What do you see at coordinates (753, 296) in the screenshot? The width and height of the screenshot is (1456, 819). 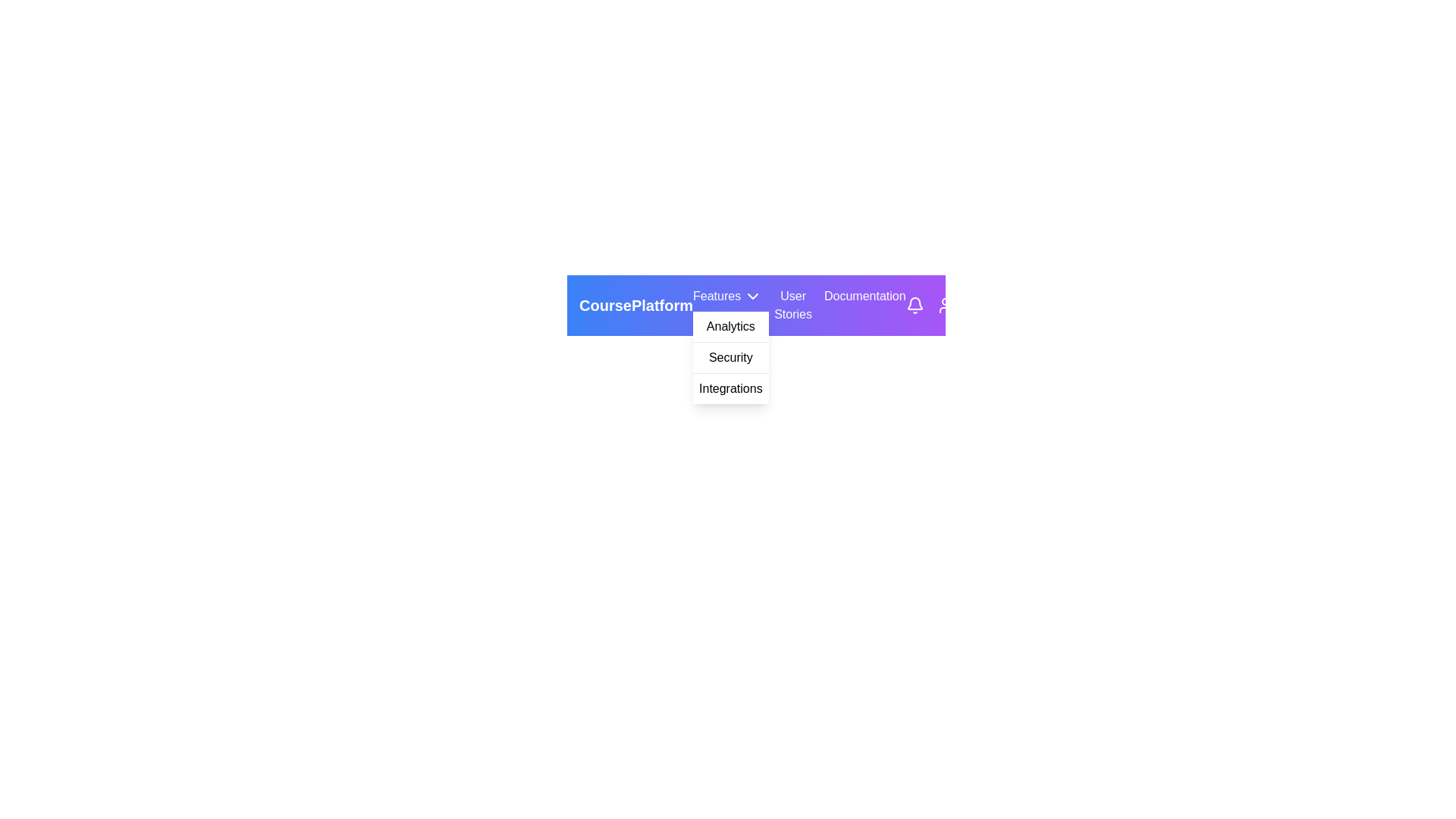 I see `the dropdown icon next to the 'Features' text in the top navigation bar` at bounding box center [753, 296].